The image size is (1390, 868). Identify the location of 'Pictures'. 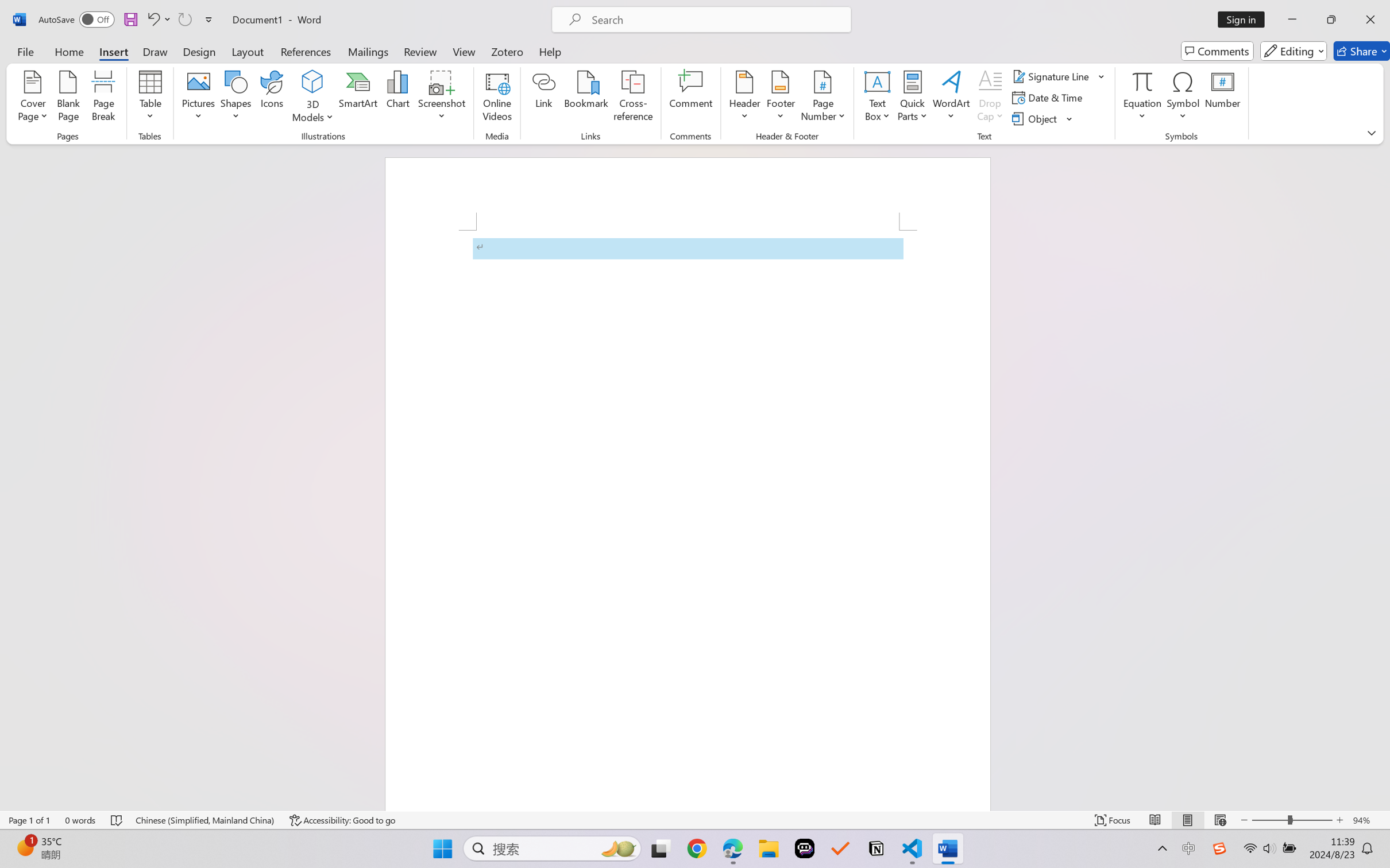
(199, 98).